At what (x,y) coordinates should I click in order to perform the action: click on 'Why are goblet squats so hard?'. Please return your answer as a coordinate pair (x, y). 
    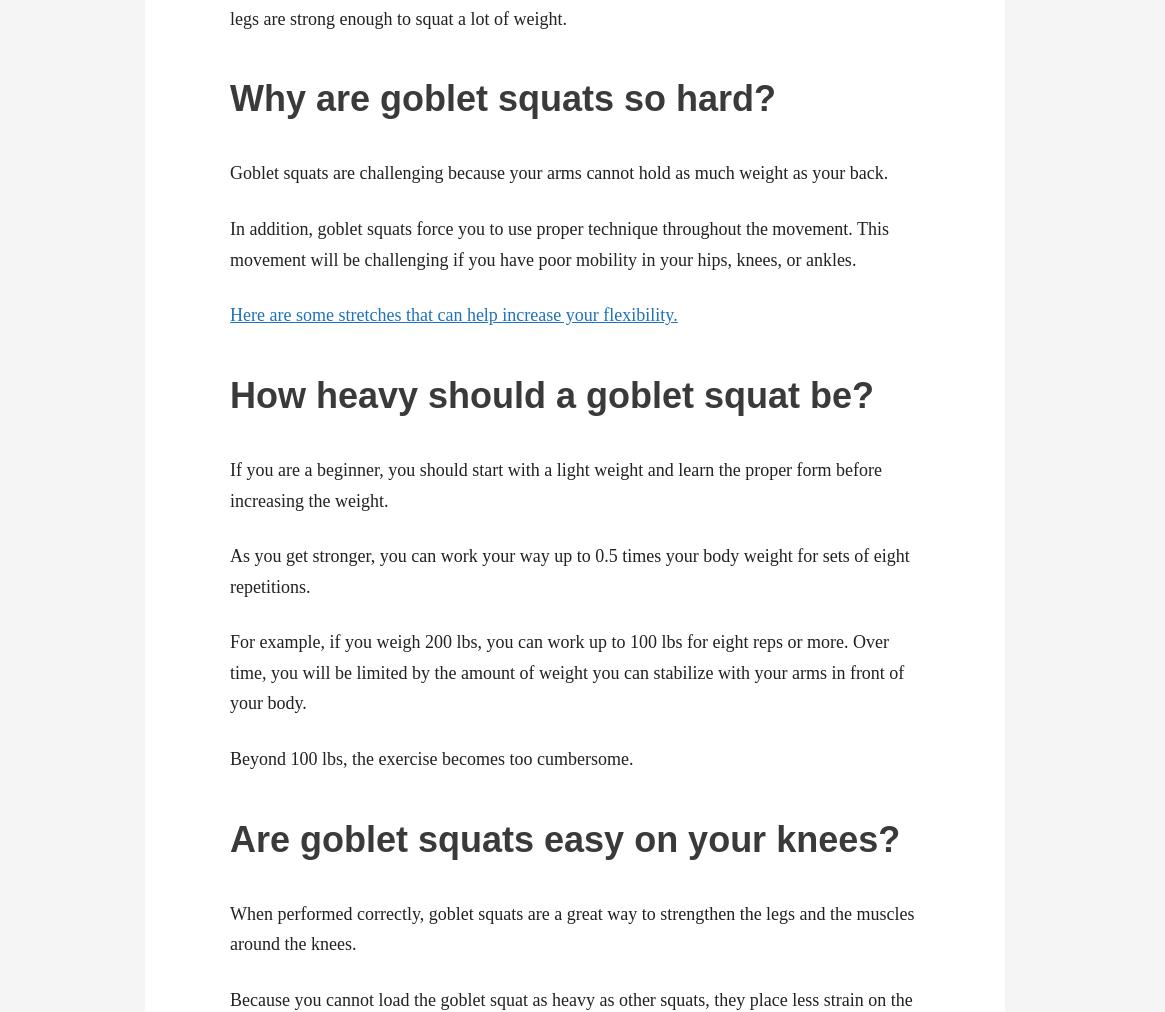
    Looking at the image, I should click on (502, 97).